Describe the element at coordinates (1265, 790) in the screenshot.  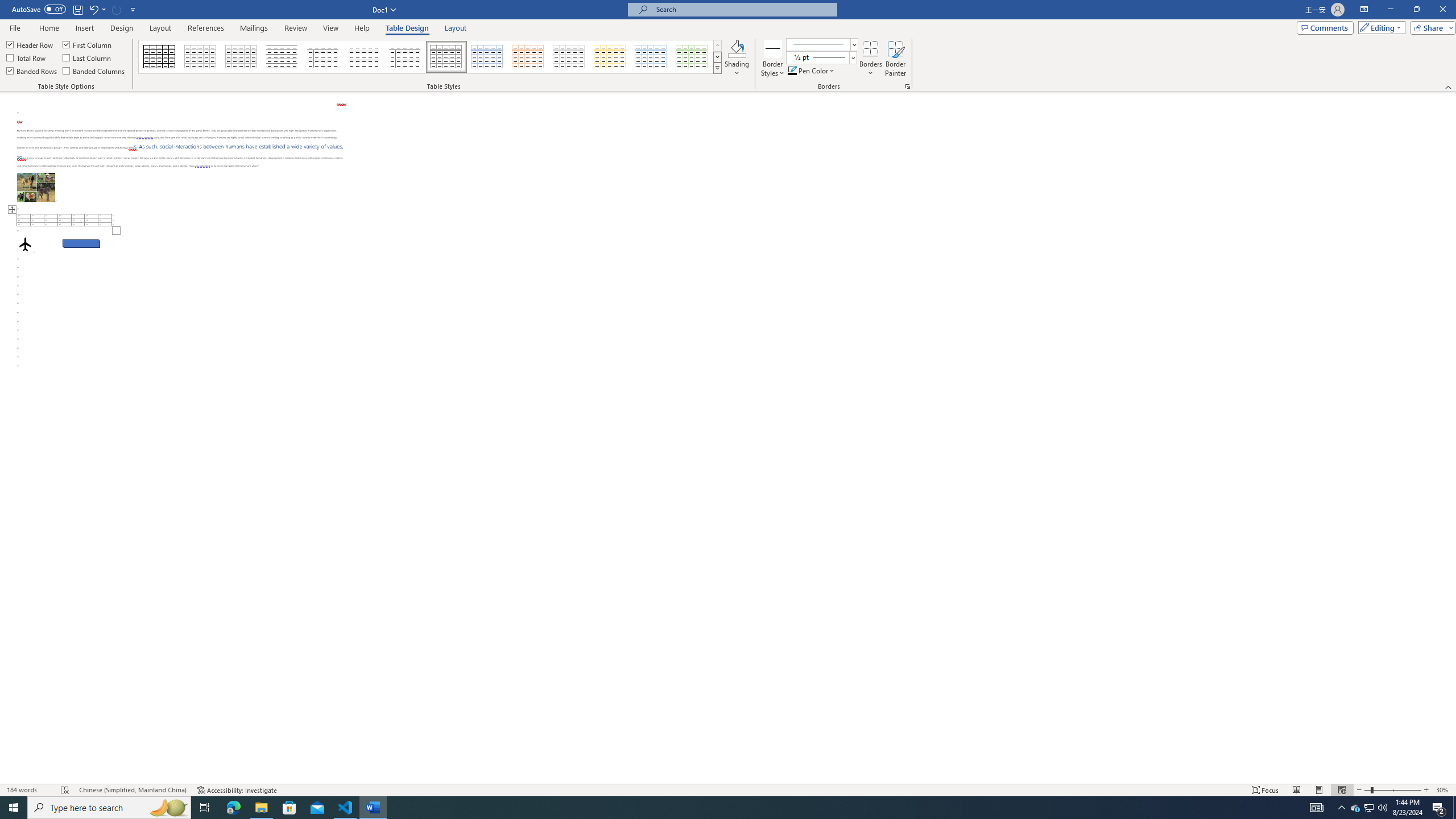
I see `'Focus '` at that location.